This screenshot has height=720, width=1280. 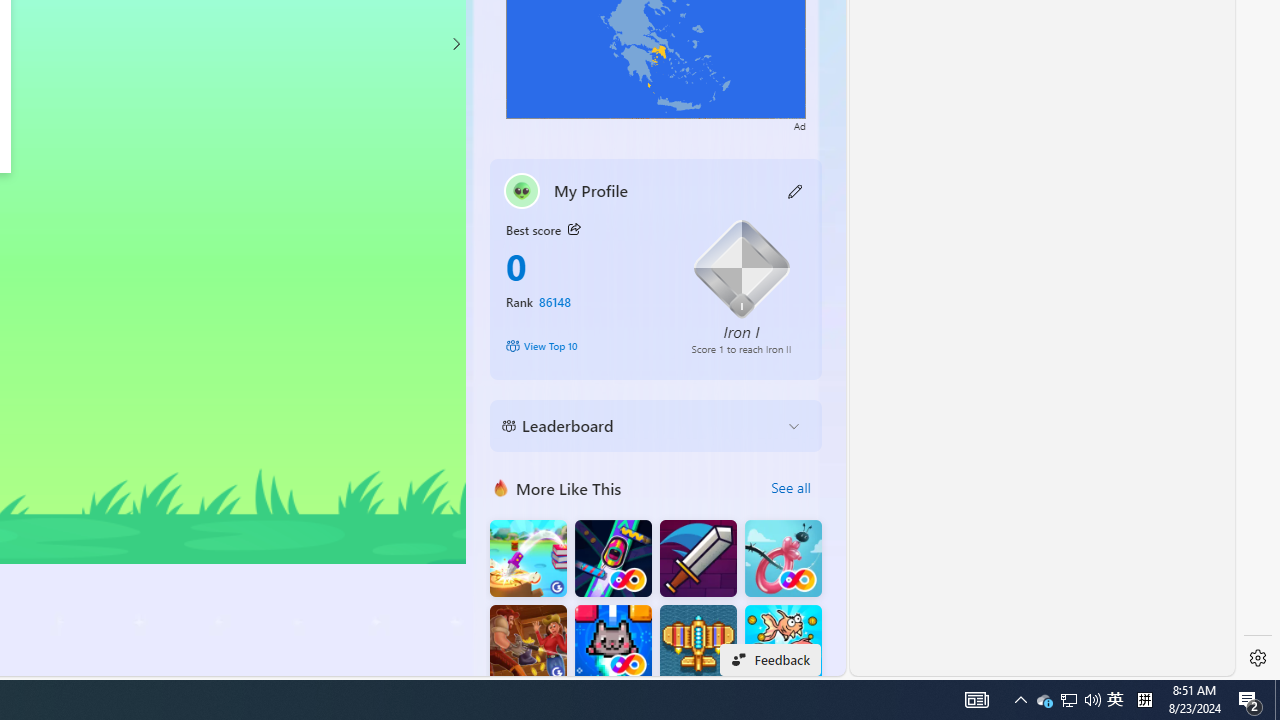 What do you see at coordinates (790, 488) in the screenshot?
I see `'See all'` at bounding box center [790, 488].